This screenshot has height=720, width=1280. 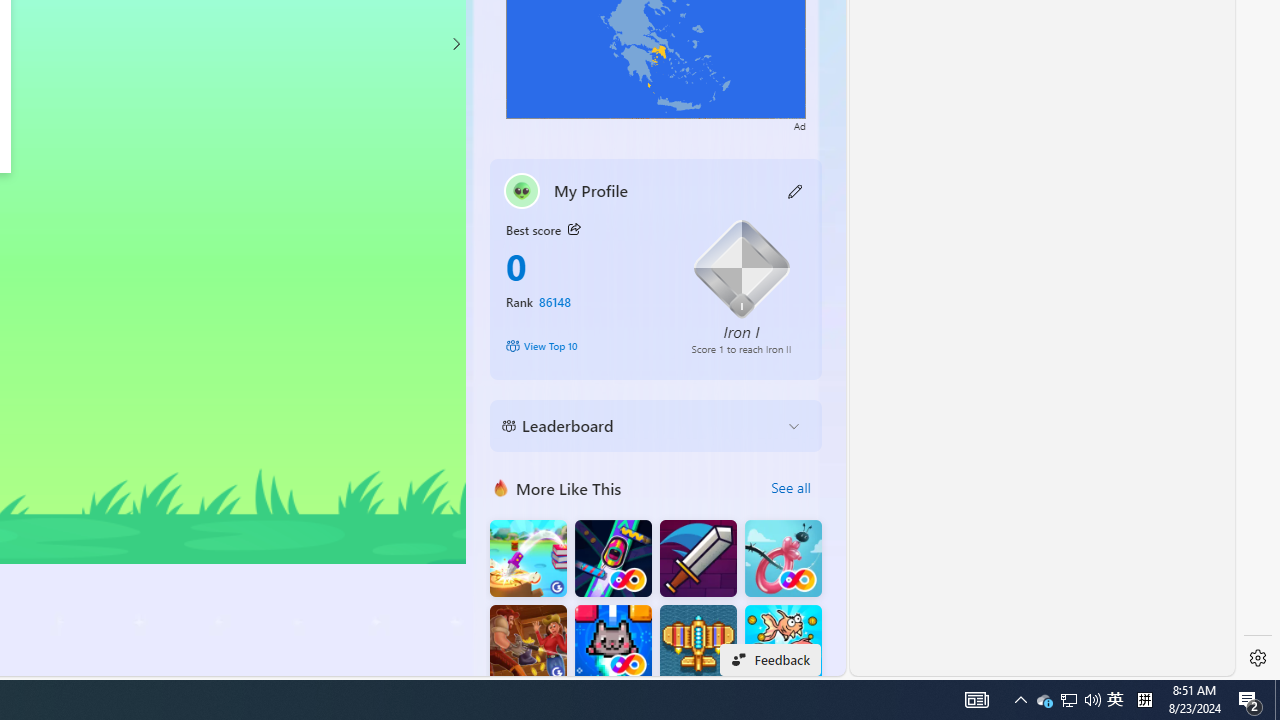 What do you see at coordinates (790, 488) in the screenshot?
I see `'See all'` at bounding box center [790, 488].